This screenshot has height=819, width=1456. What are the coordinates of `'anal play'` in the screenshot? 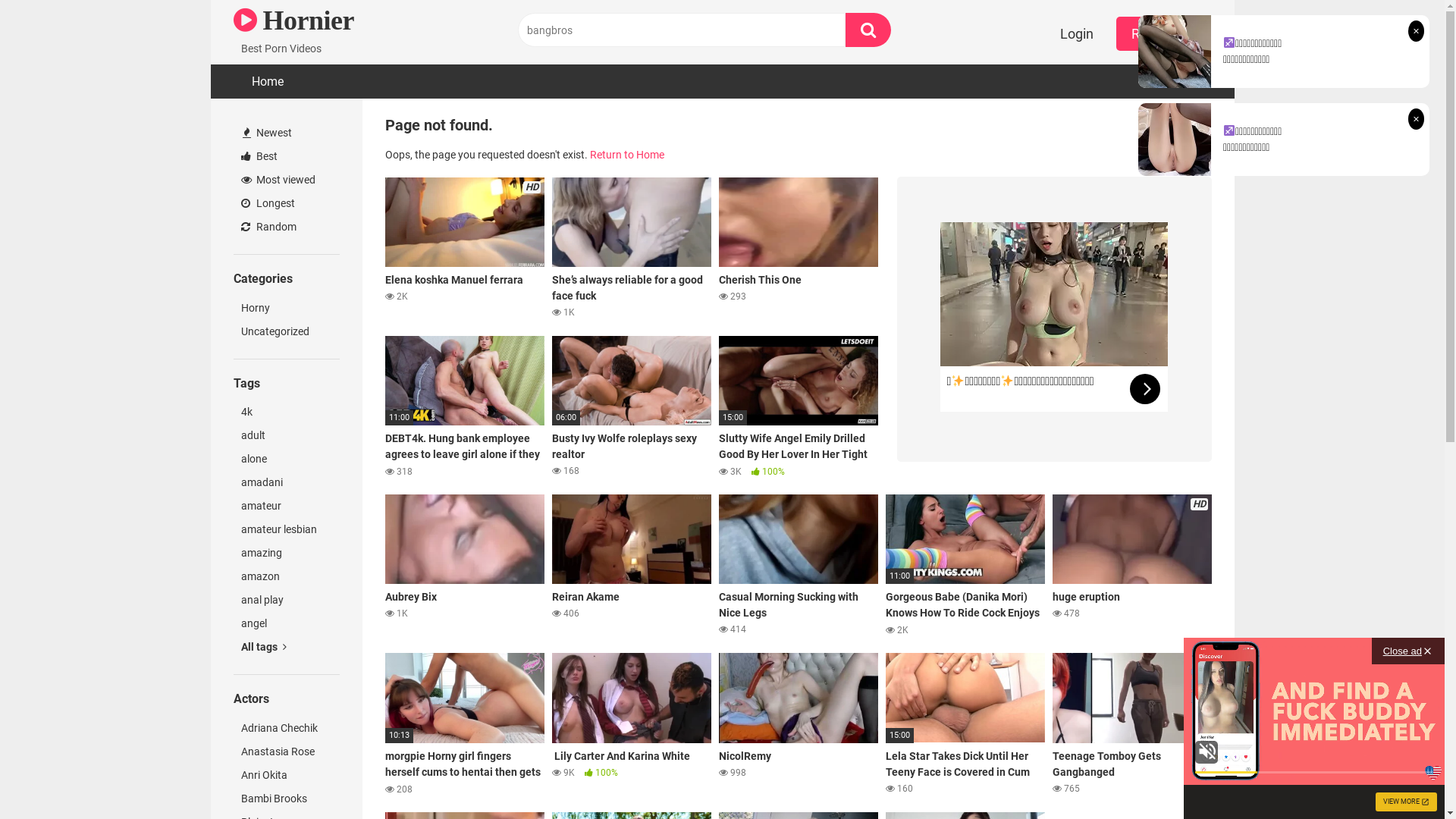 It's located at (287, 599).